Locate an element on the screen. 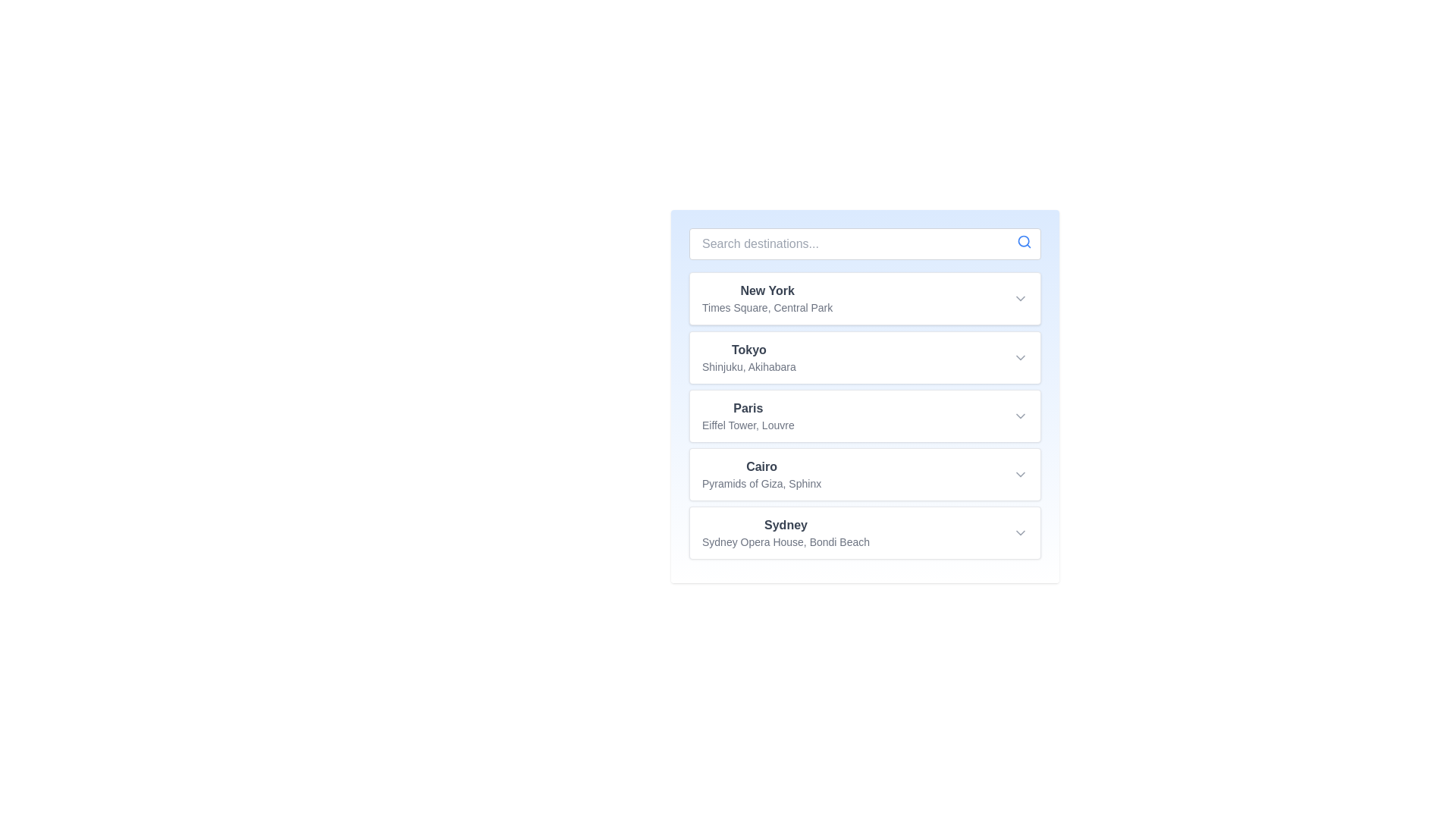  the light blue magnifying glass icon located in the top-right corner of the 'Search destinations...' input box is located at coordinates (1024, 241).